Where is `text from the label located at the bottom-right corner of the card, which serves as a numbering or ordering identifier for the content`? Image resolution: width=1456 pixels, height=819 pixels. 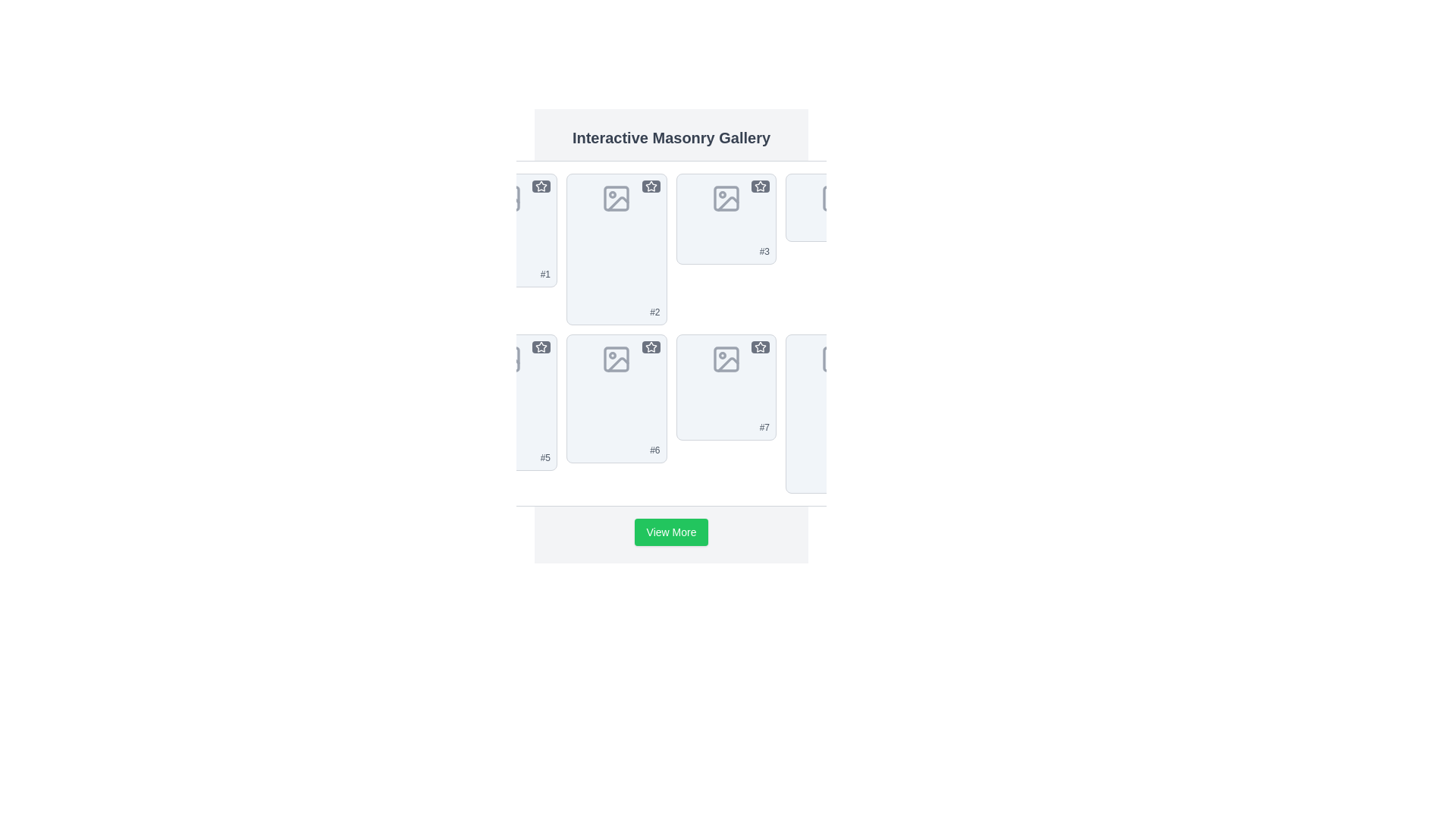
text from the label located at the bottom-right corner of the card, which serves as a numbering or ordering identifier for the content is located at coordinates (764, 250).